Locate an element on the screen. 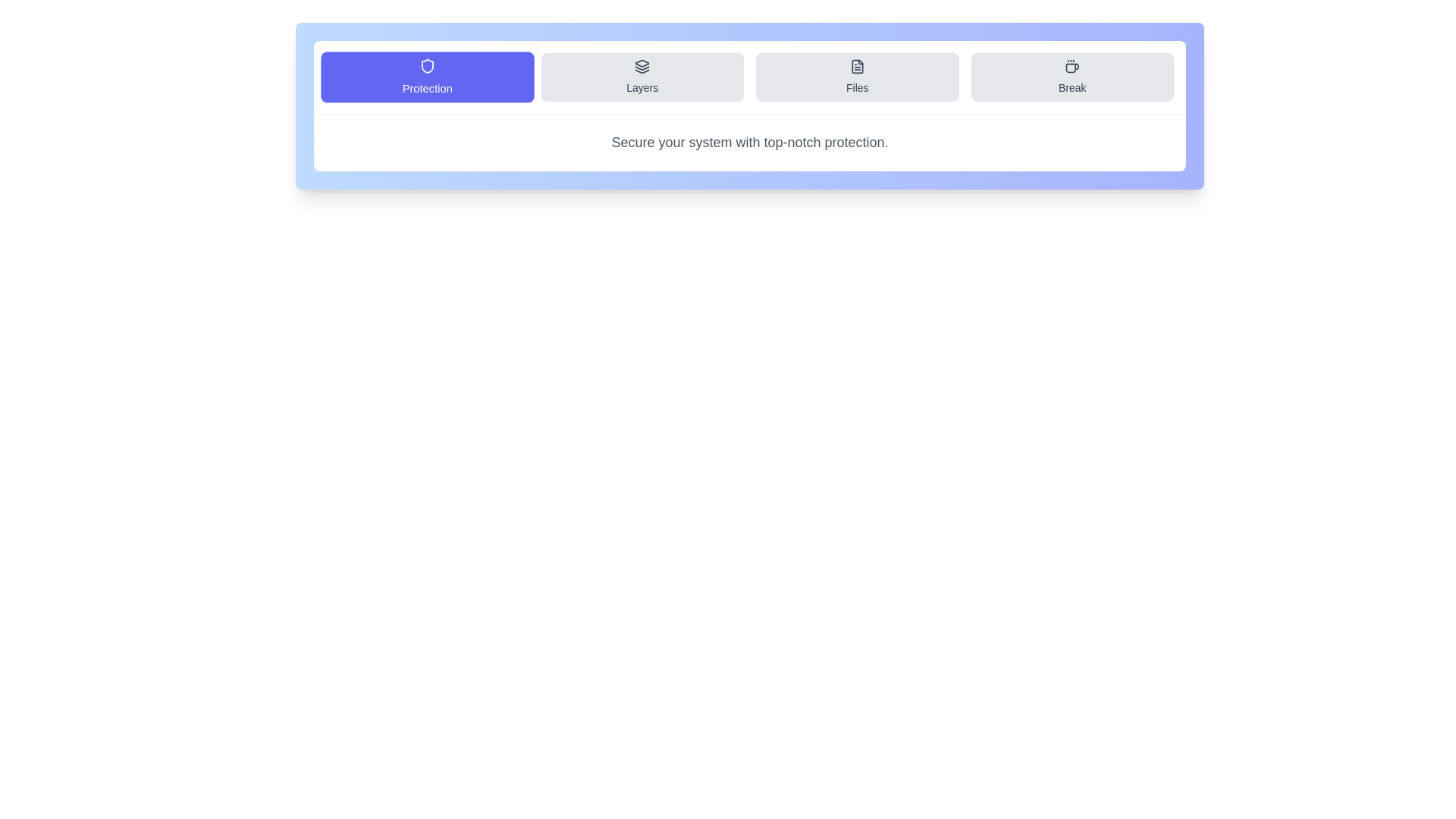 The height and width of the screenshot is (819, 1456). the tab labeled Files to switch to it is located at coordinates (857, 77).